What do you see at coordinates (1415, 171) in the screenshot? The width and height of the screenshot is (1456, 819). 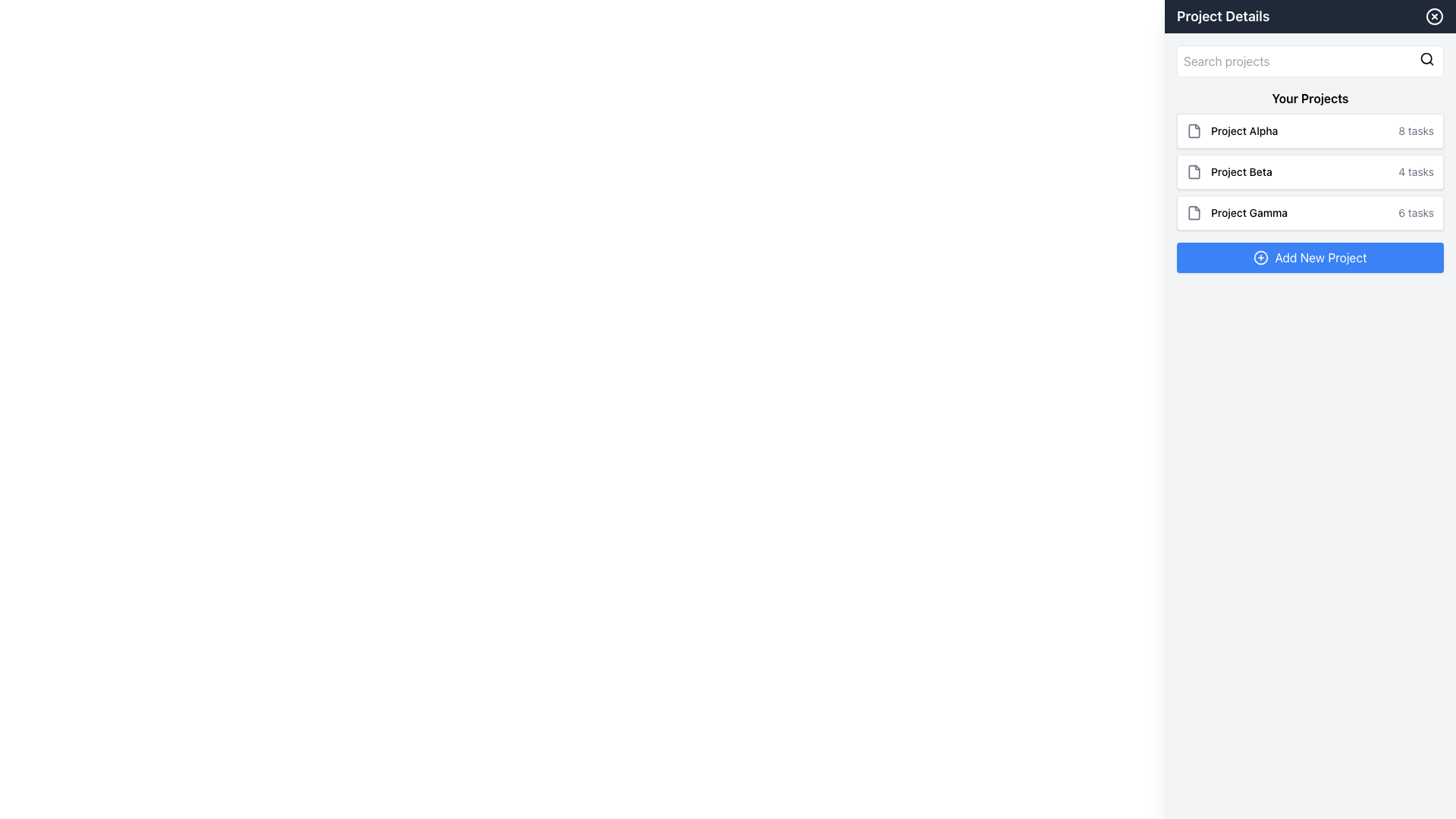 I see `the text label displaying '4 tasks' which is located to the right of the 'Project Beta' section in the 'Your Projects' menu` at bounding box center [1415, 171].